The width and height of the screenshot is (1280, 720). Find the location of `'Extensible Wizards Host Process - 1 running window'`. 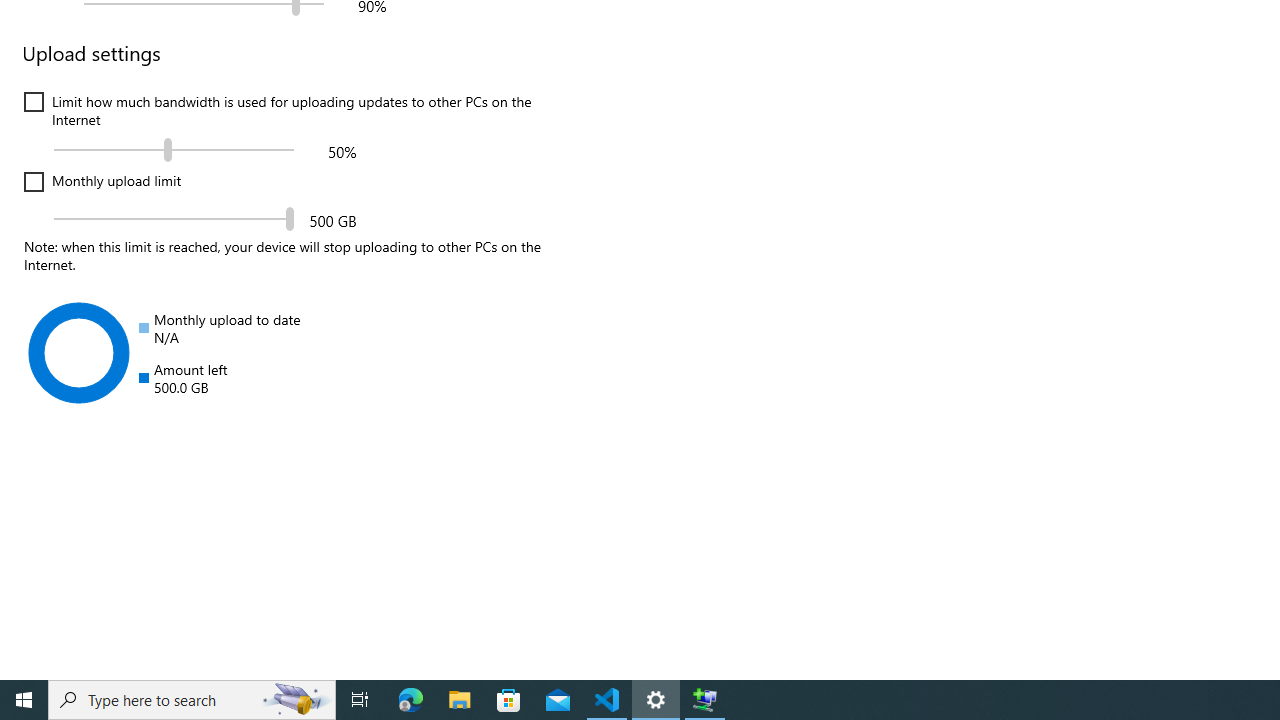

'Extensible Wizards Host Process - 1 running window' is located at coordinates (705, 698).